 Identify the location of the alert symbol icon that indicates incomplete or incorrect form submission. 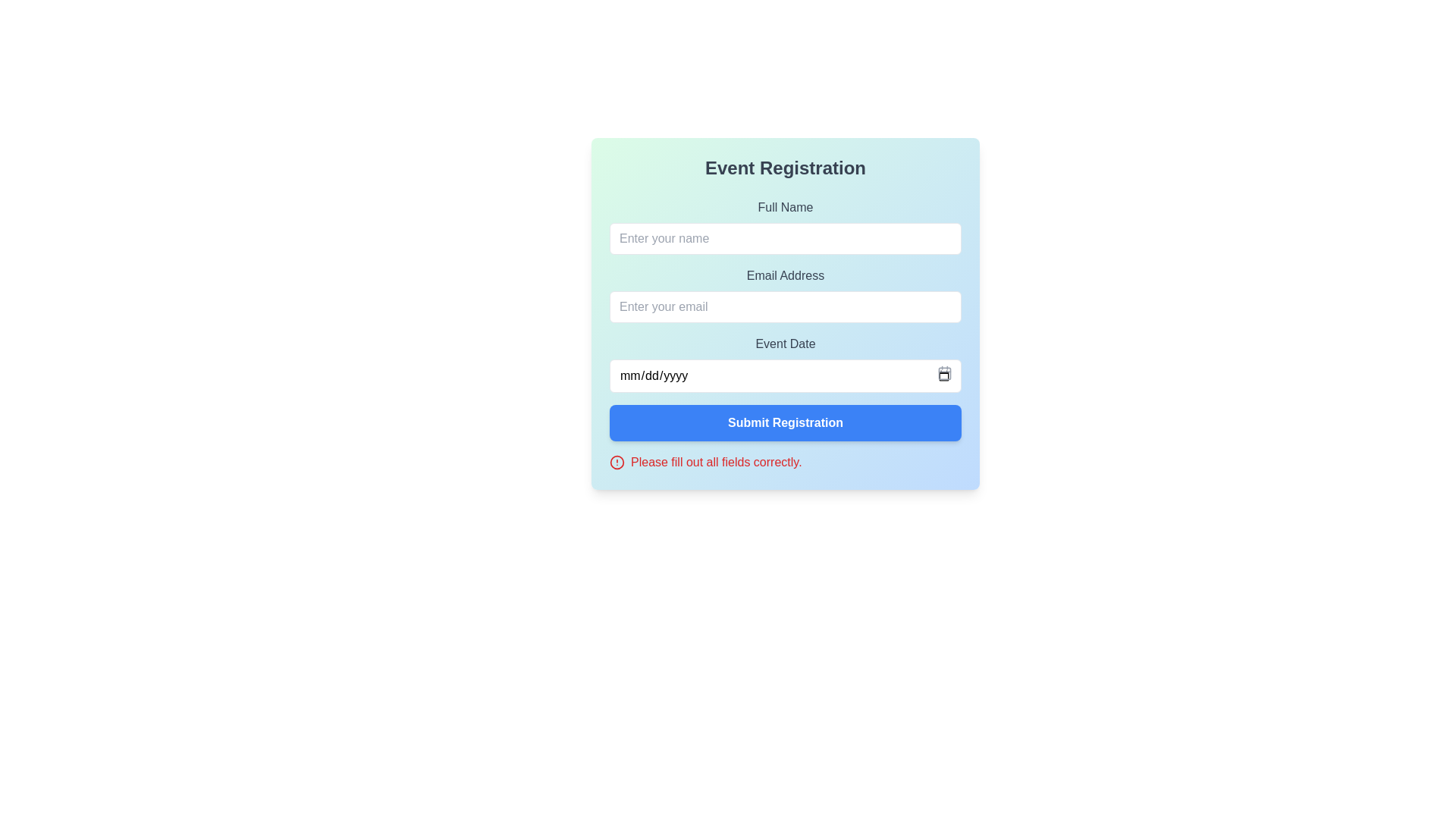
(617, 461).